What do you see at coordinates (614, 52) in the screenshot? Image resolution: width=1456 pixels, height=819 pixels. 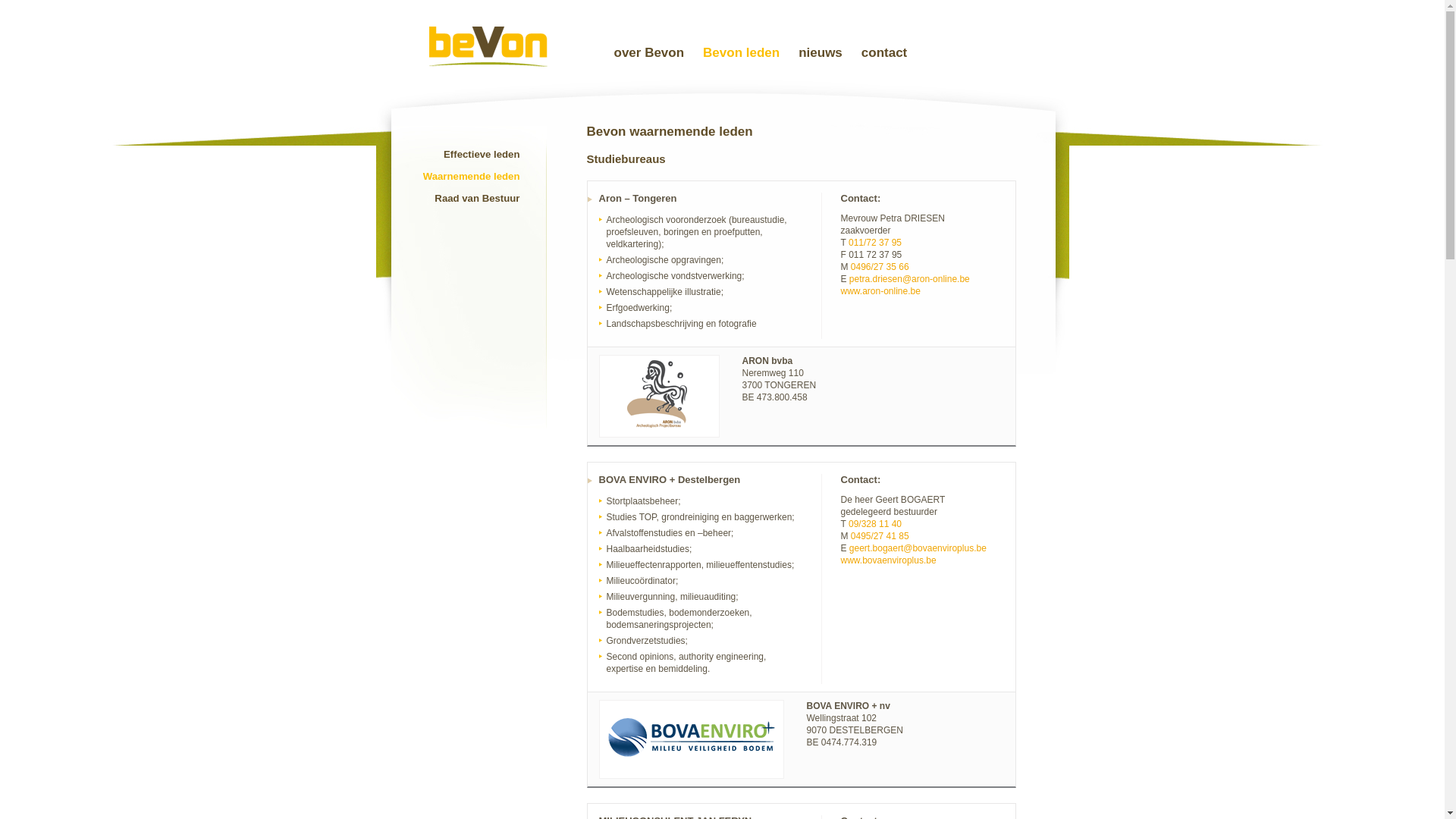 I see `'over Bevon'` at bounding box center [614, 52].